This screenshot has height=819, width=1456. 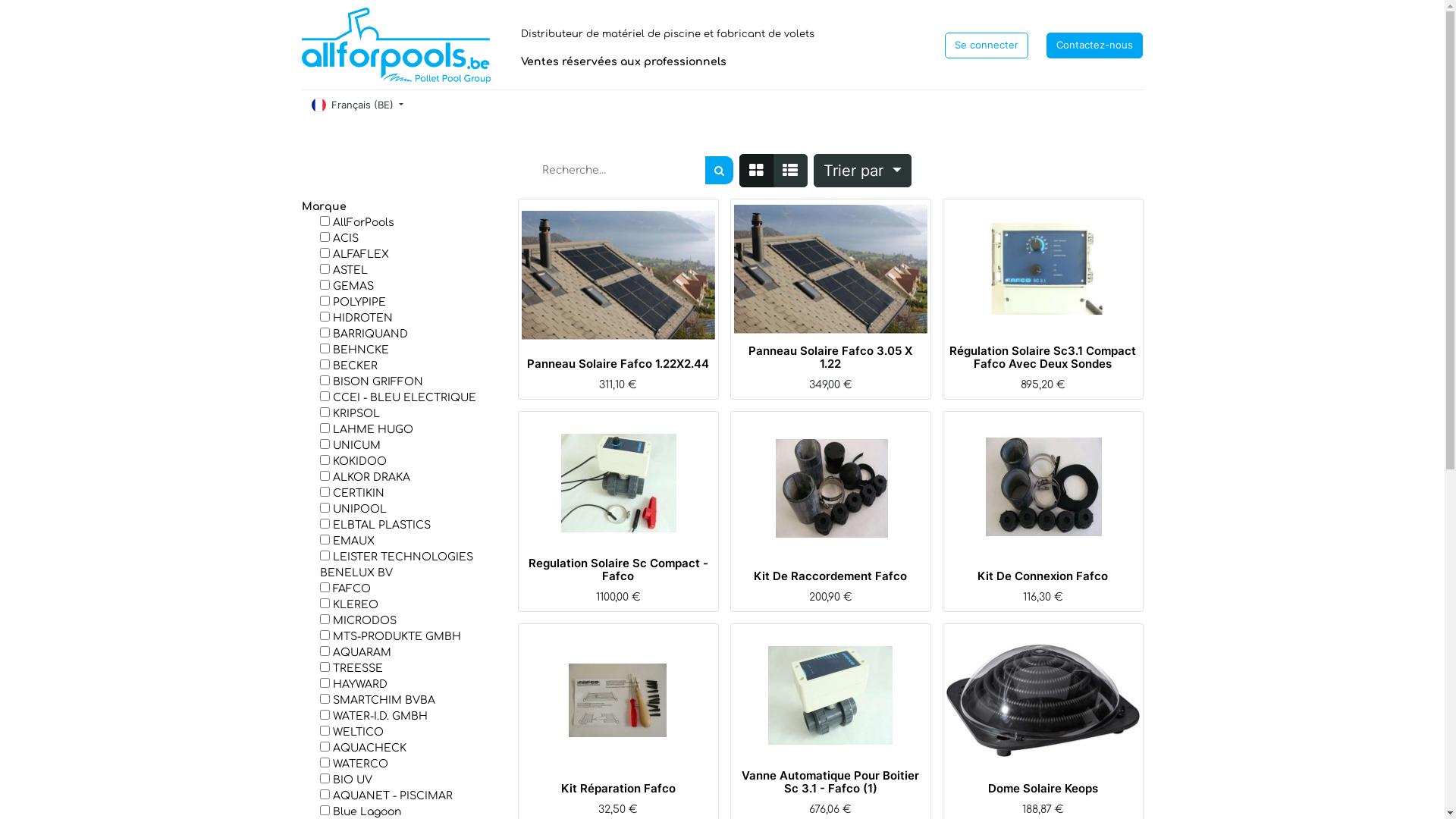 I want to click on 'Vanne Automatique Pour Boitier Sc 3.1 - Fafco (1)', so click(x=829, y=781).